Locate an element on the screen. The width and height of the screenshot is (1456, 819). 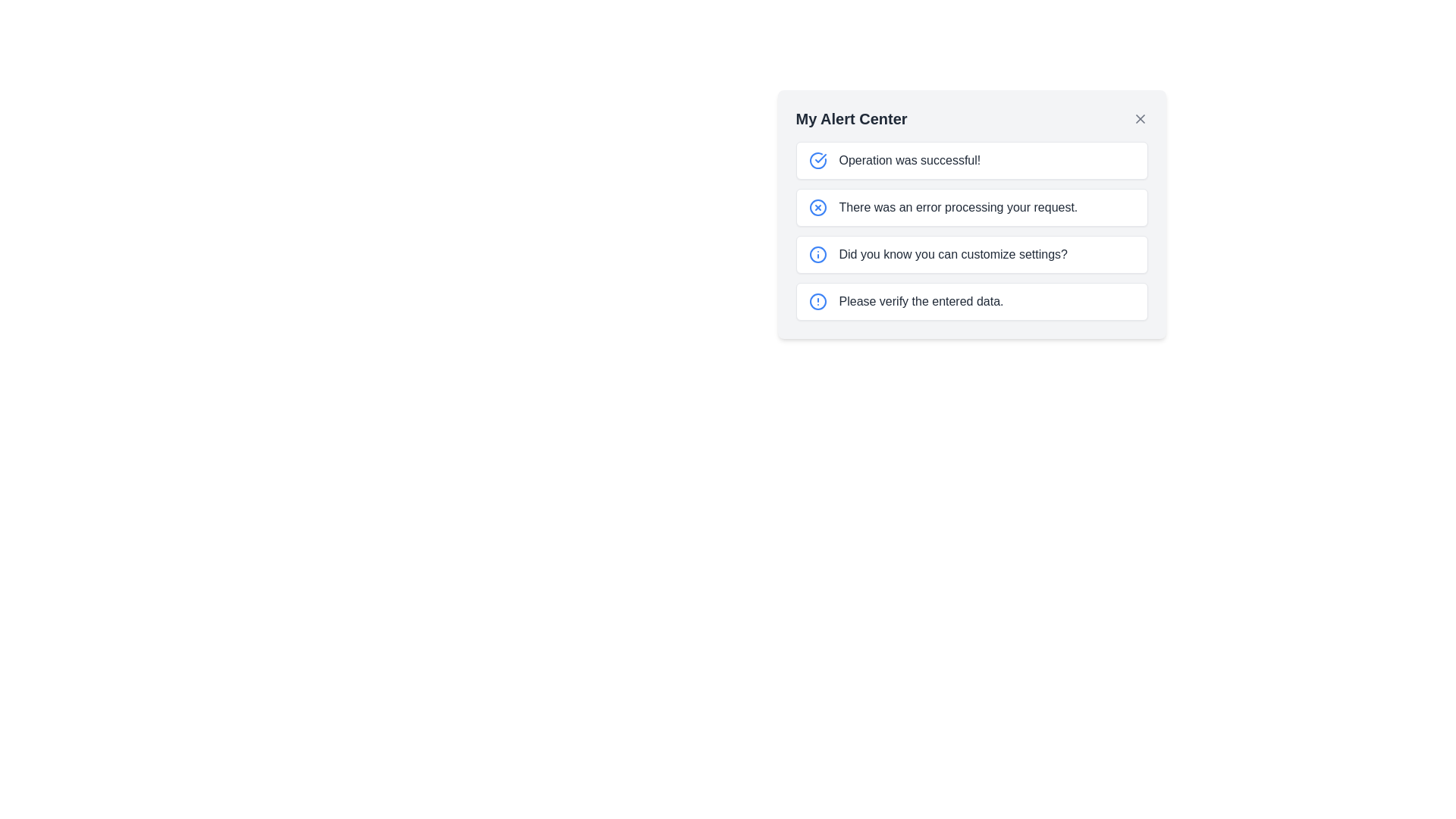
the icon on the second alert message stating 'There was an error processing your request.' is located at coordinates (971, 214).